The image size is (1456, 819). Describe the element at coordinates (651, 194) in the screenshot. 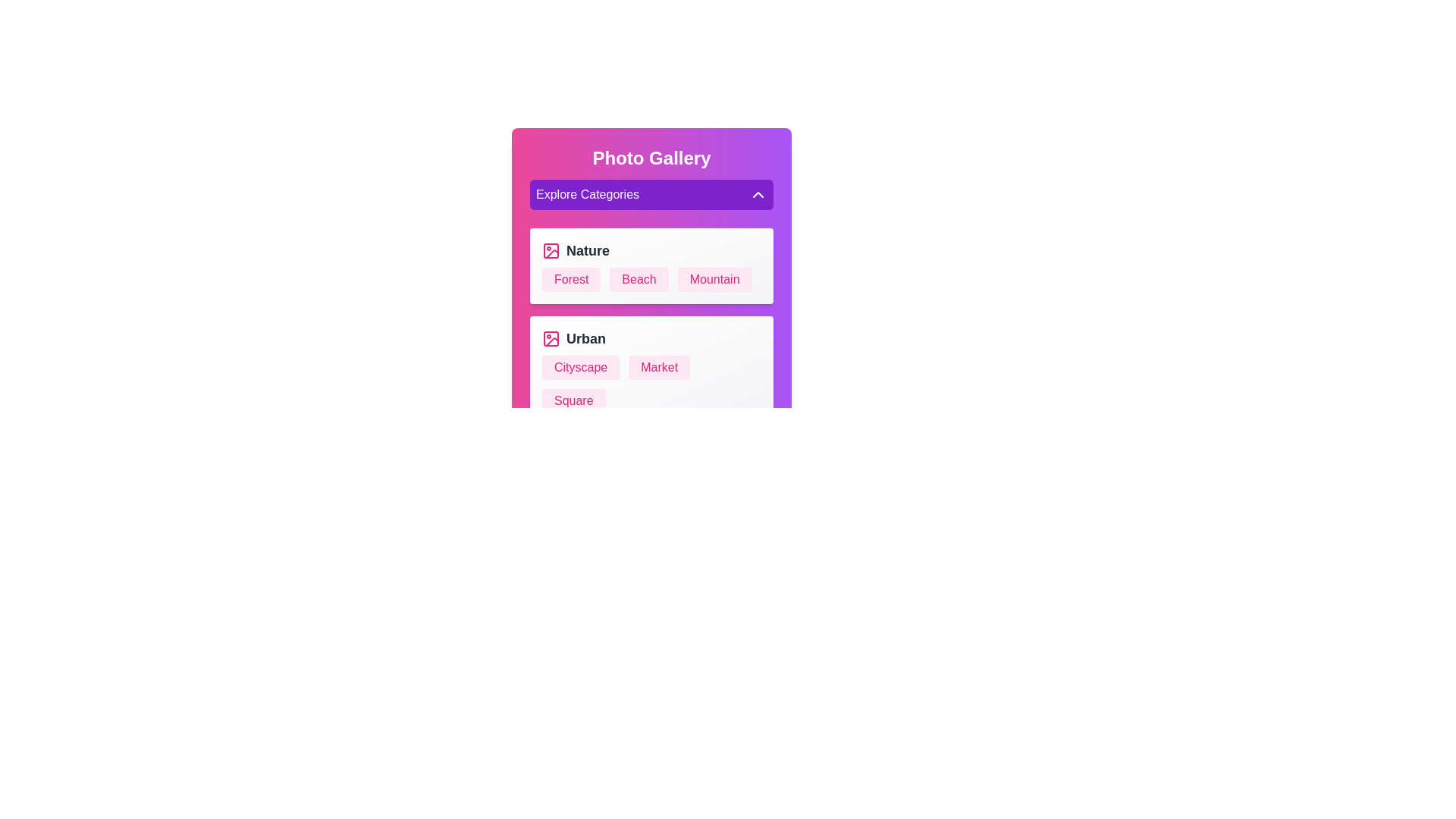

I see `'Explore Categories' button to toggle the category list` at that location.